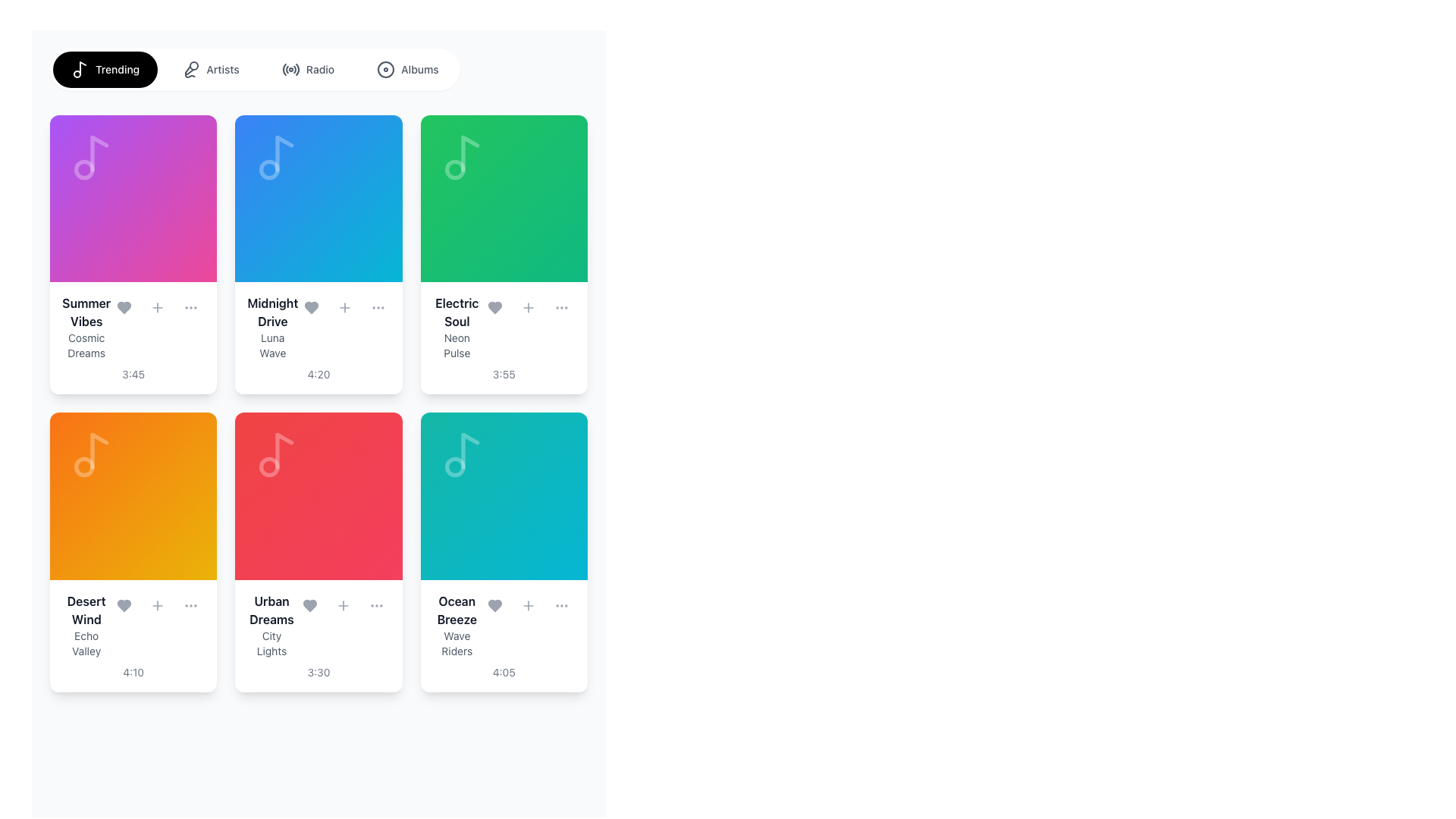  What do you see at coordinates (456, 609) in the screenshot?
I see `the text label displaying 'Ocean Breeze', which is bold and dark, located in the bottom-right card of the grid layout` at bounding box center [456, 609].